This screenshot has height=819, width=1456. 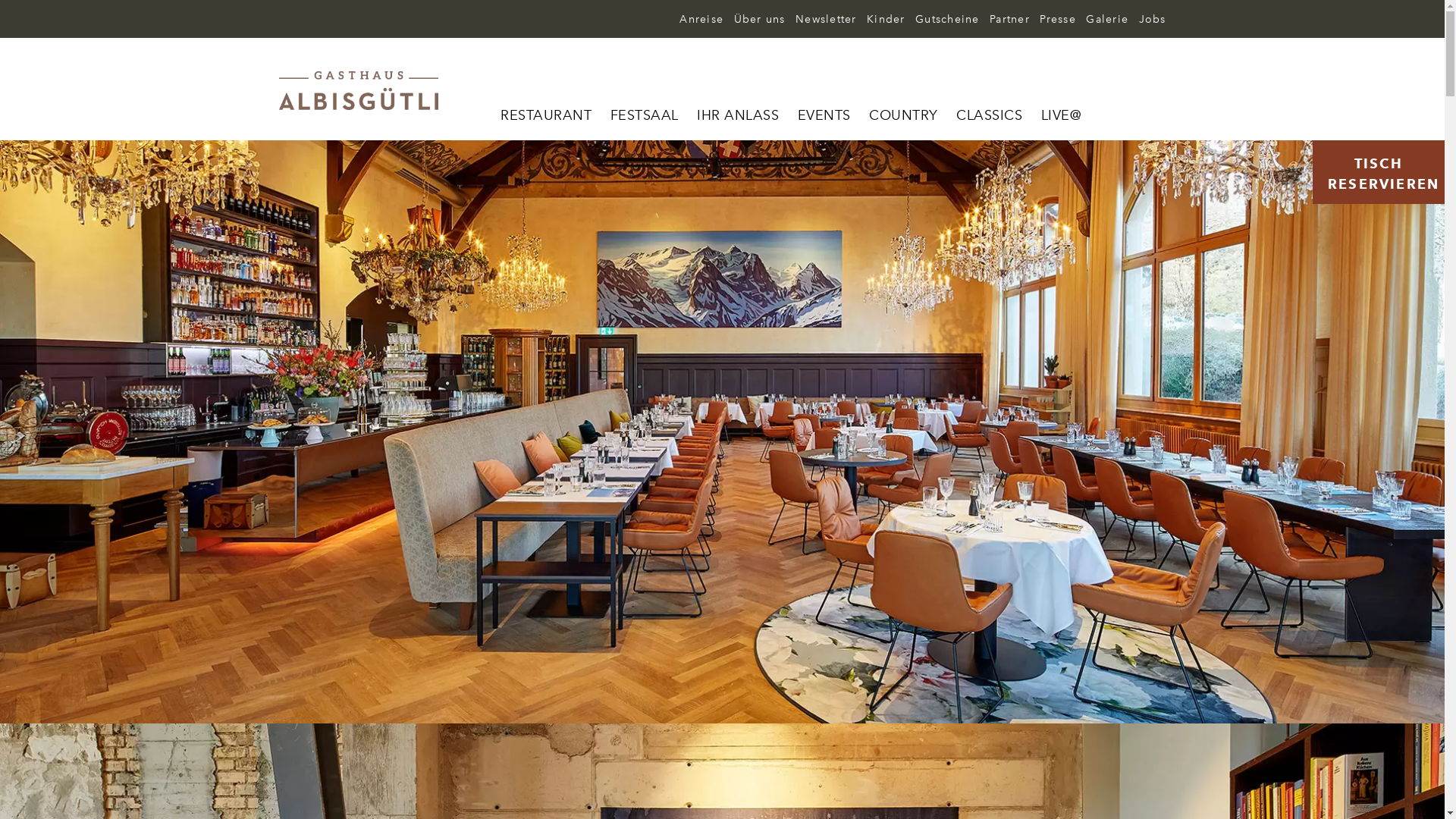 What do you see at coordinates (903, 116) in the screenshot?
I see `'COUNTRY'` at bounding box center [903, 116].